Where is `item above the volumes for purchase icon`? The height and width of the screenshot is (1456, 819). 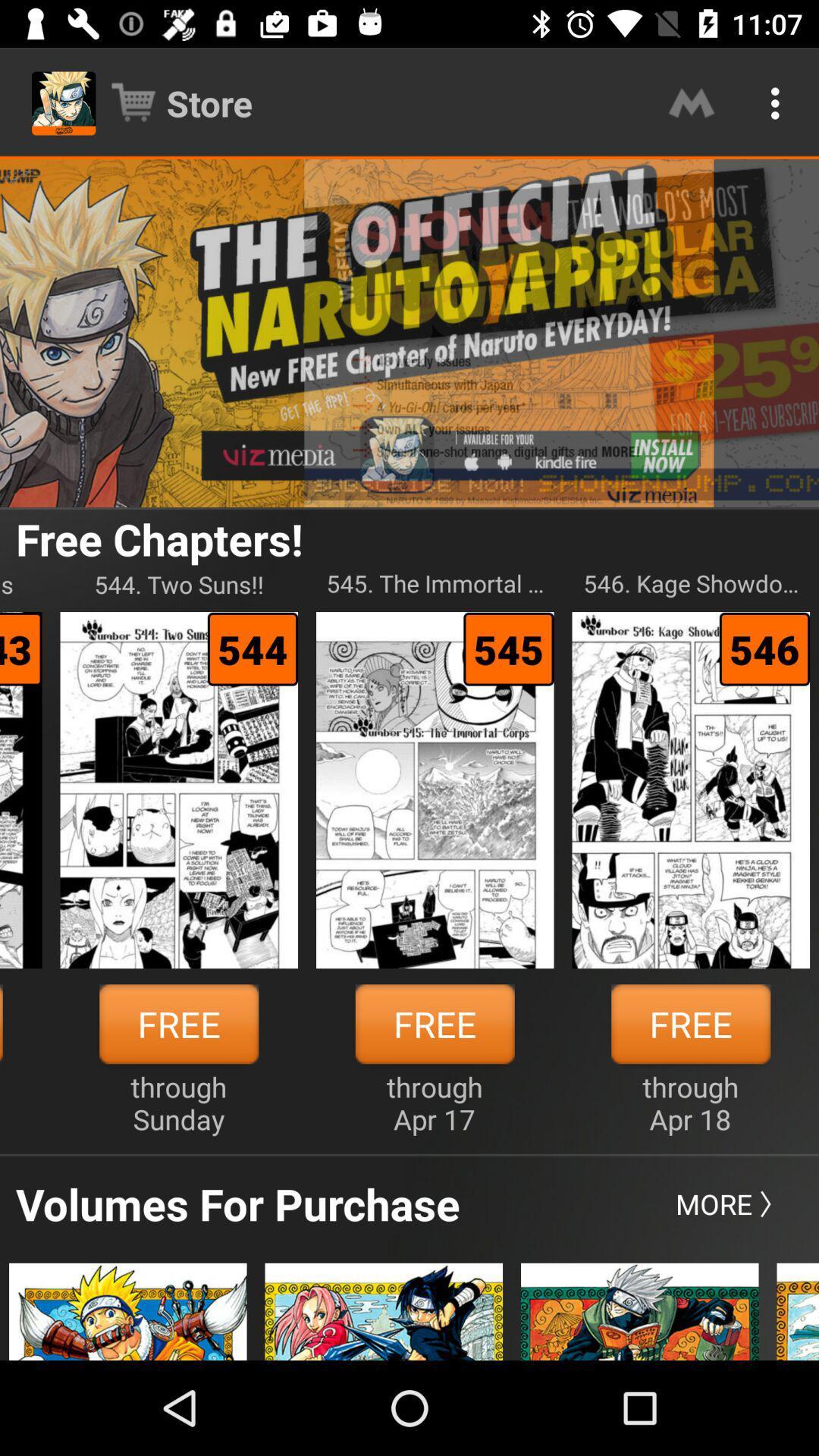 item above the volumes for purchase icon is located at coordinates (177, 1103).